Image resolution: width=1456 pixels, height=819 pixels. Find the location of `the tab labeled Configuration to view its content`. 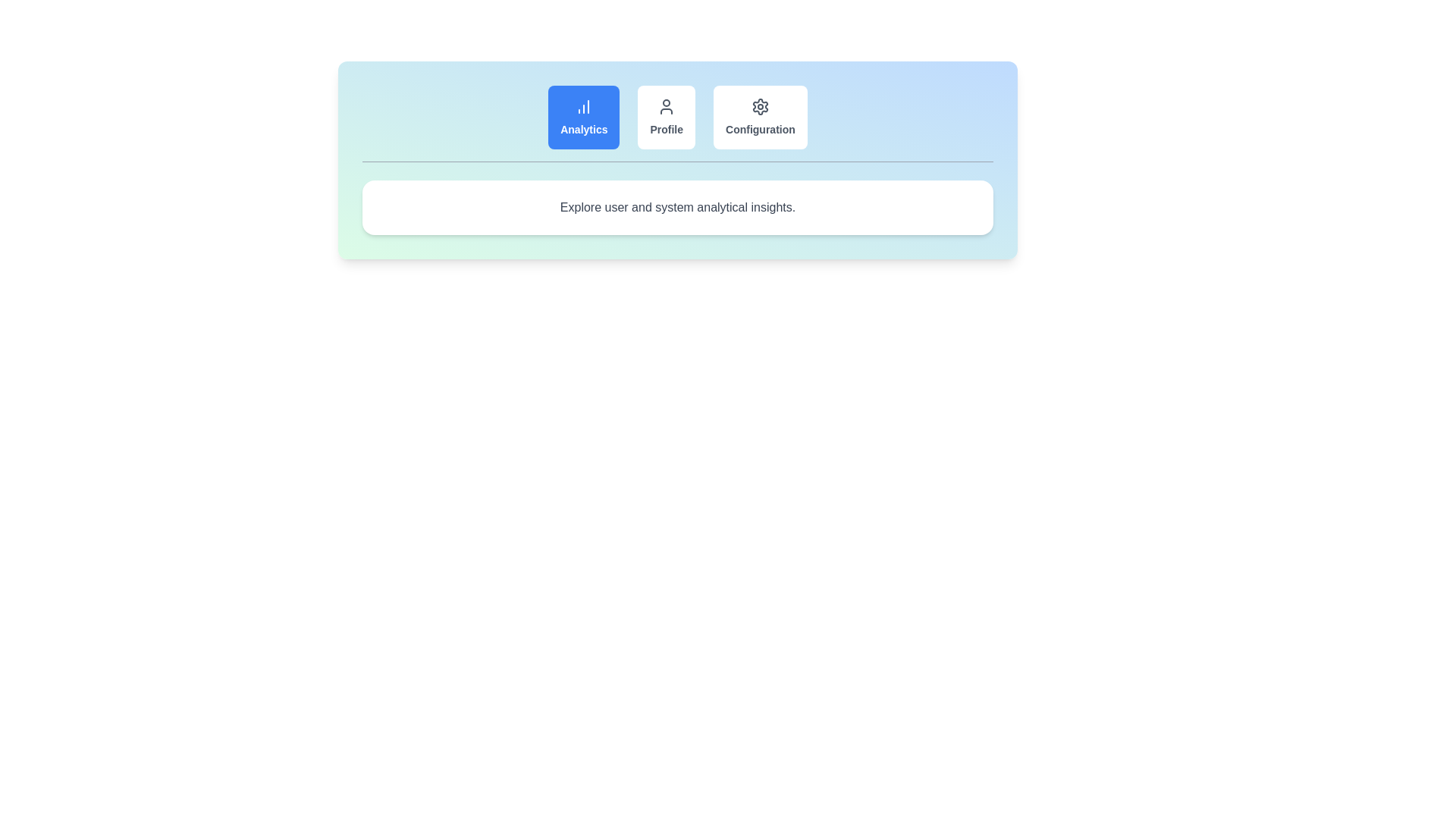

the tab labeled Configuration to view its content is located at coordinates (761, 116).